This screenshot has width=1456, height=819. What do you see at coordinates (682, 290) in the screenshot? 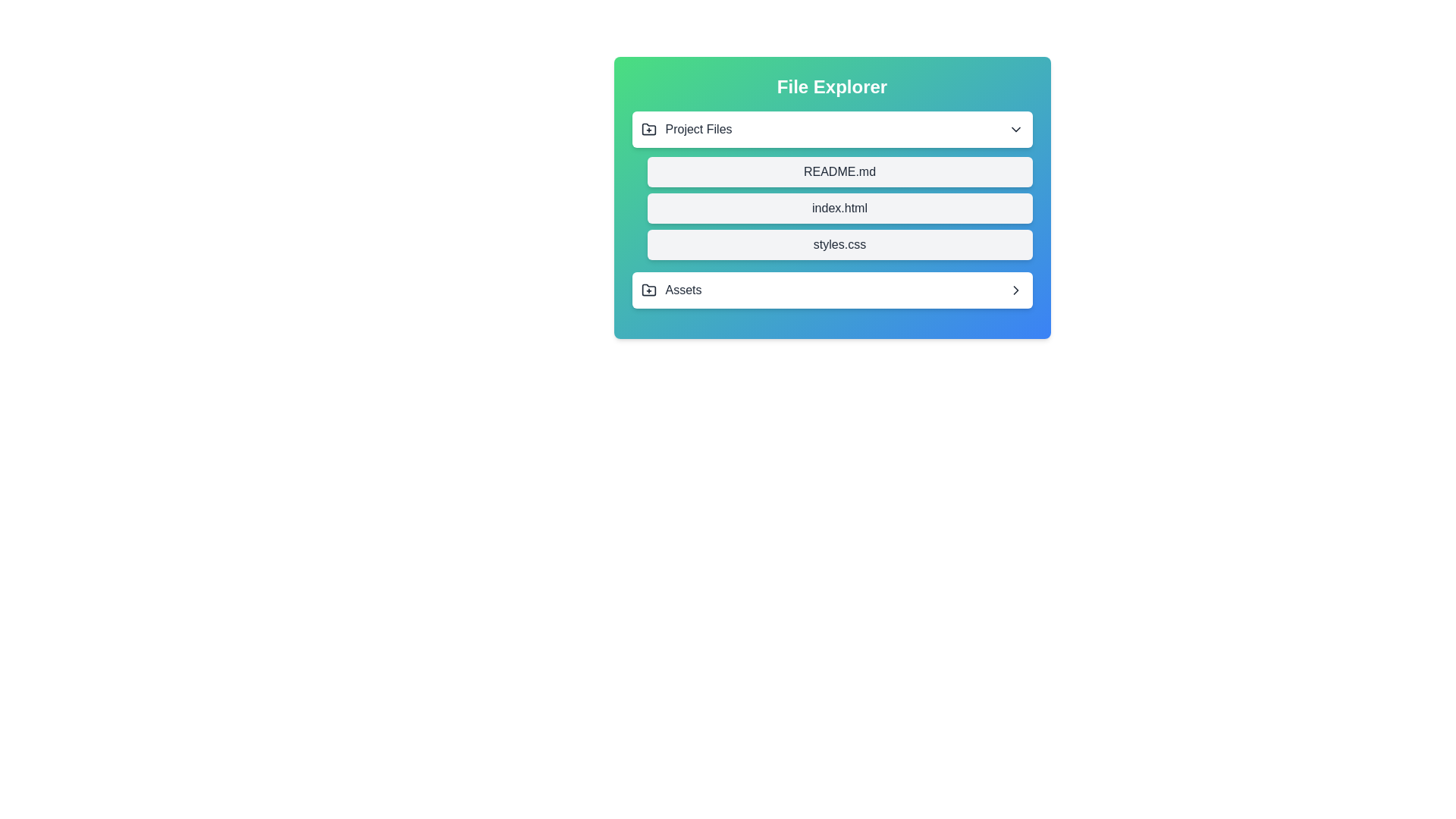
I see `the text label reading 'Assets' located in the bottom-most entry of the list within the 'File Explorer' box` at bounding box center [682, 290].